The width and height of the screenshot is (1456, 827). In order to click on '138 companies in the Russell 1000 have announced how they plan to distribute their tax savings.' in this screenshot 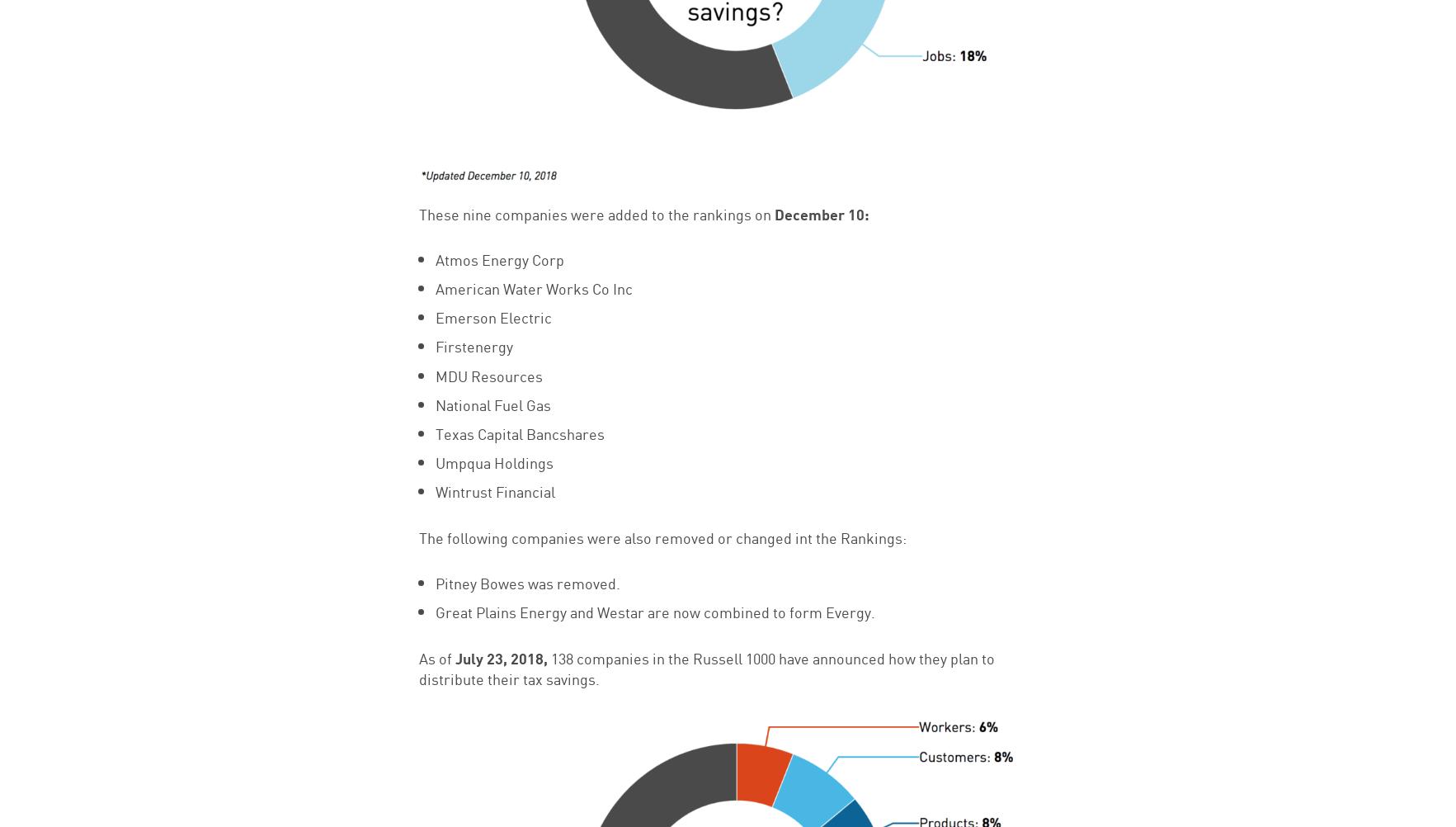, I will do `click(705, 667)`.